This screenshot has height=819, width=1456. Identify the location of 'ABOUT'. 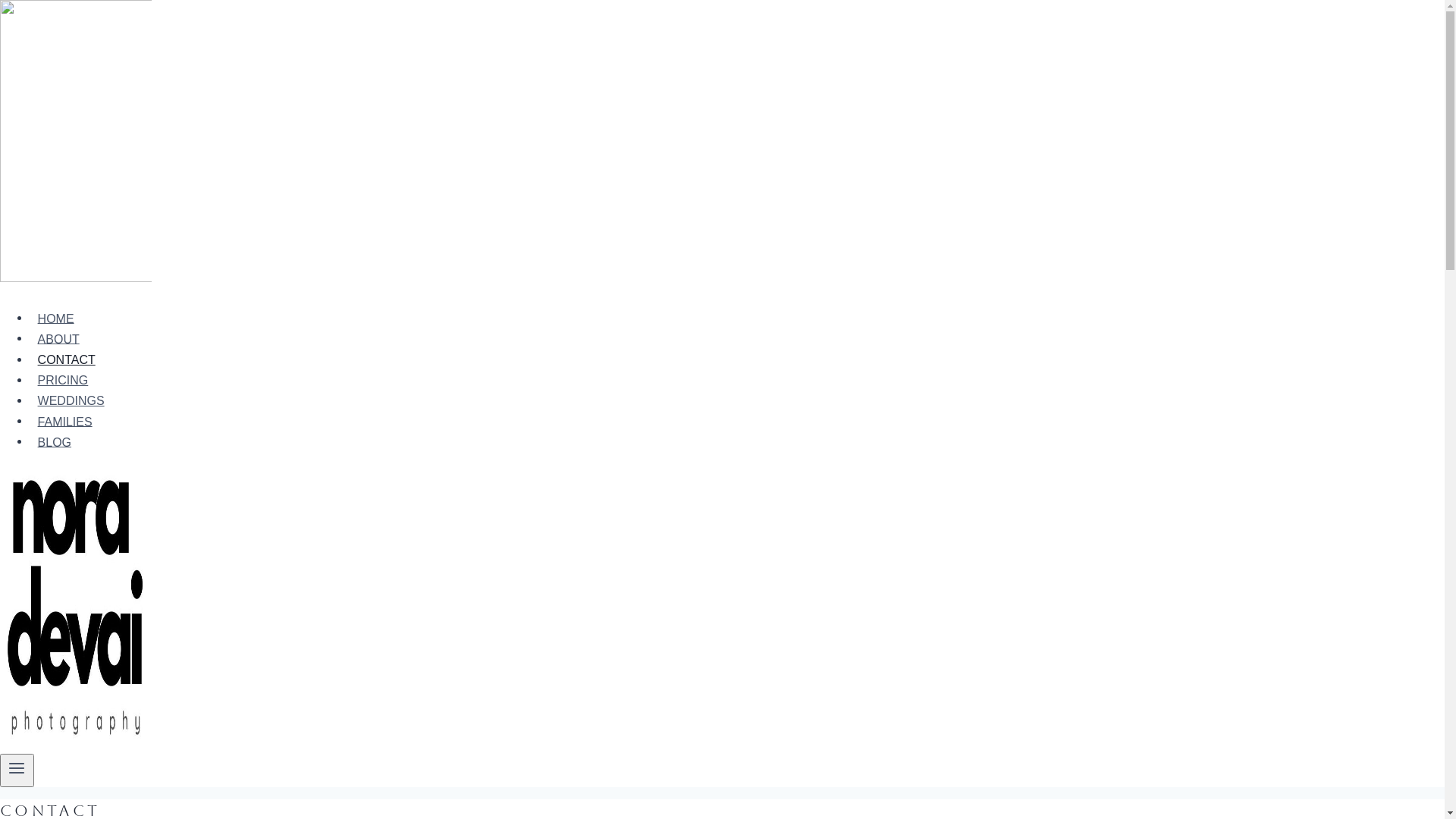
(58, 338).